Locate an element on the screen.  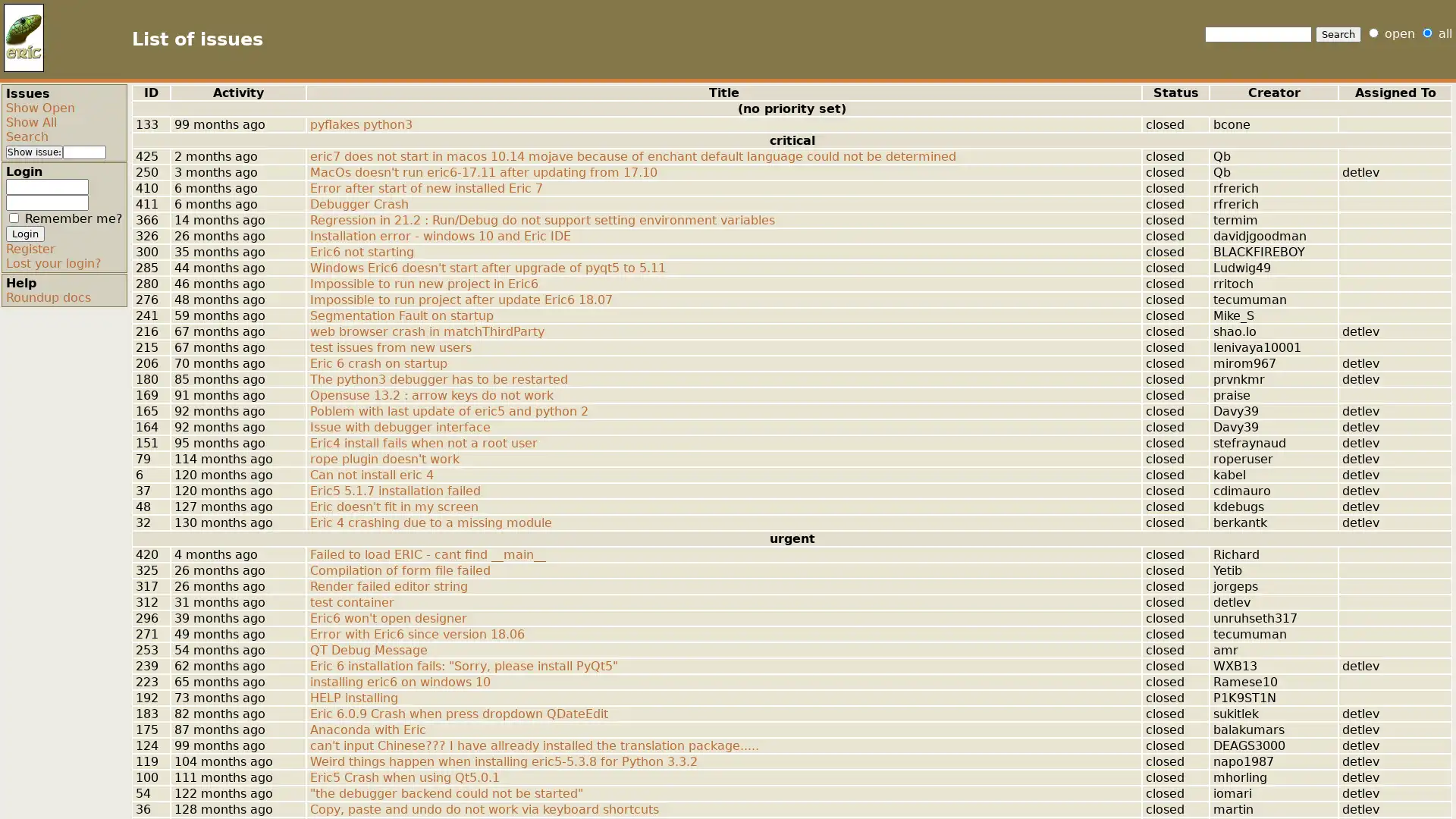
Search is located at coordinates (1338, 34).